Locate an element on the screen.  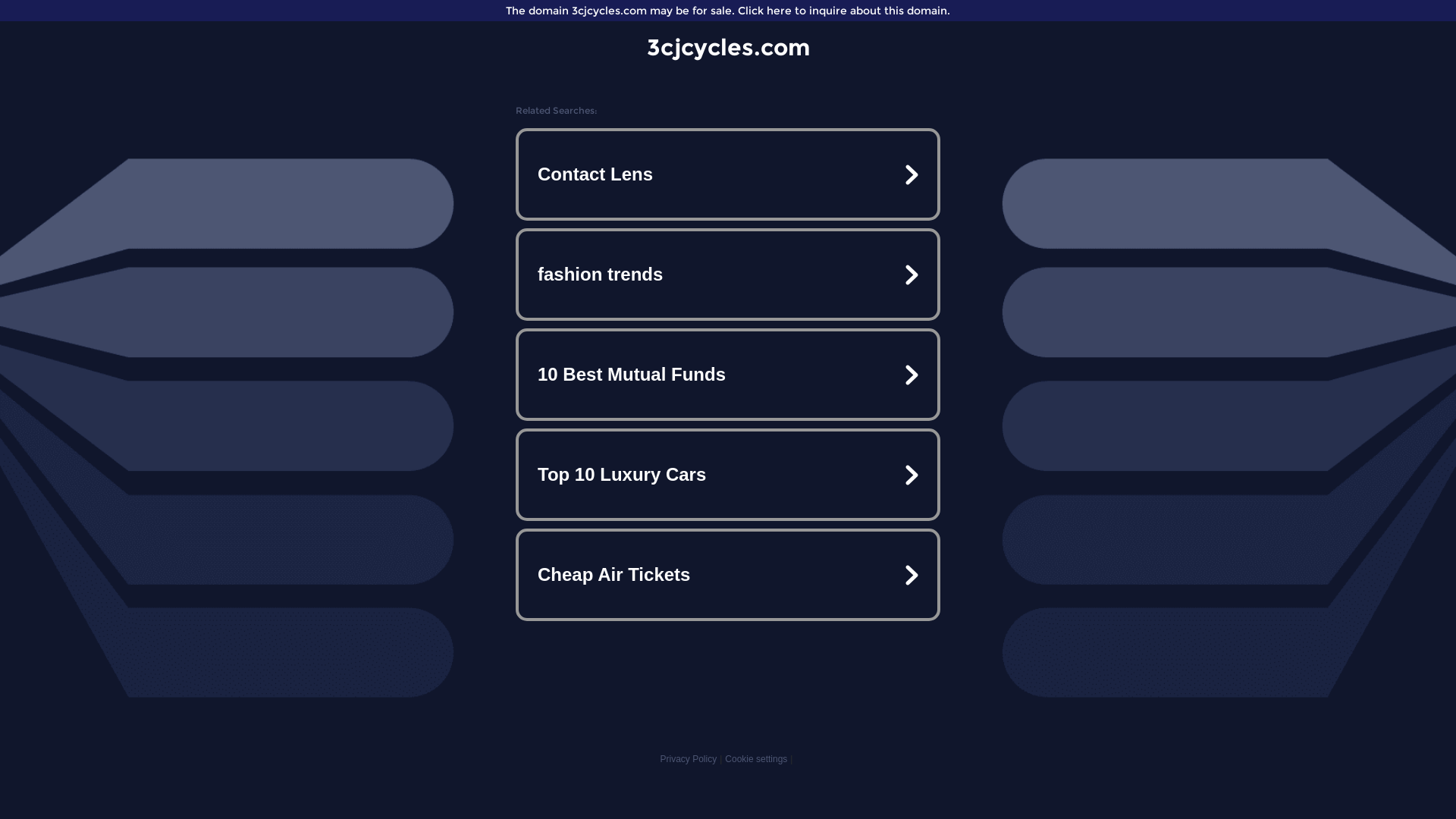
'Cookie settings' is located at coordinates (756, 759).